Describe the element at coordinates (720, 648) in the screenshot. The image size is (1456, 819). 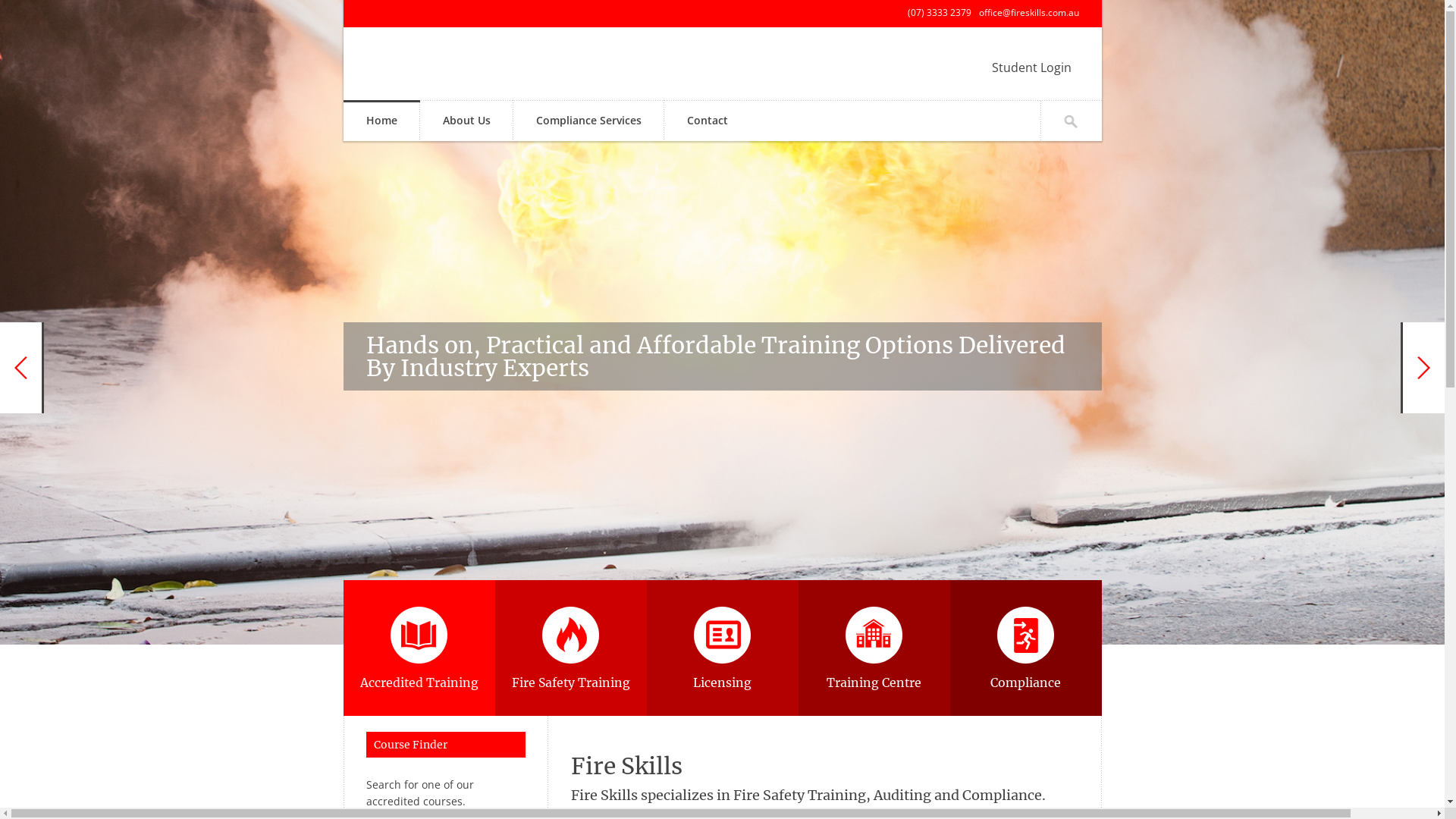
I see `'Licensing'` at that location.